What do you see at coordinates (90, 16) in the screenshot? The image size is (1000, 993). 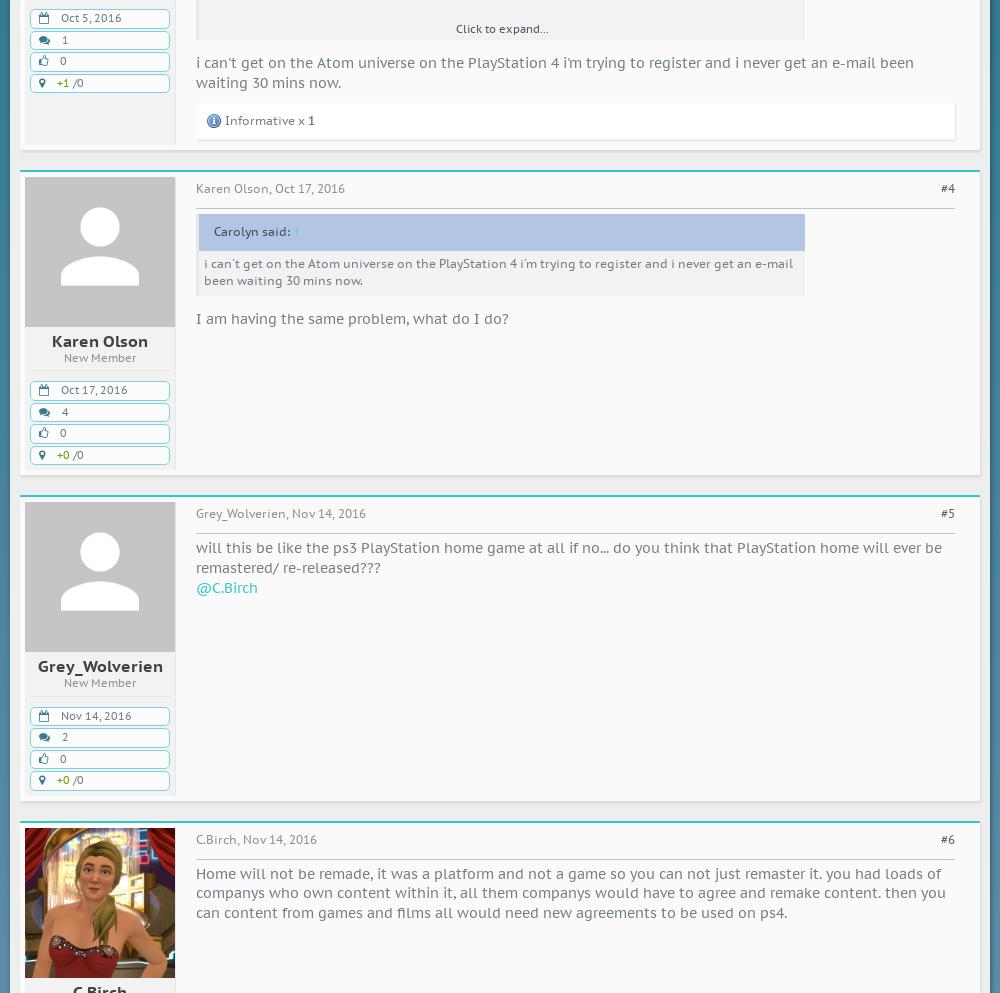 I see `'Oct 5, 2016'` at bounding box center [90, 16].